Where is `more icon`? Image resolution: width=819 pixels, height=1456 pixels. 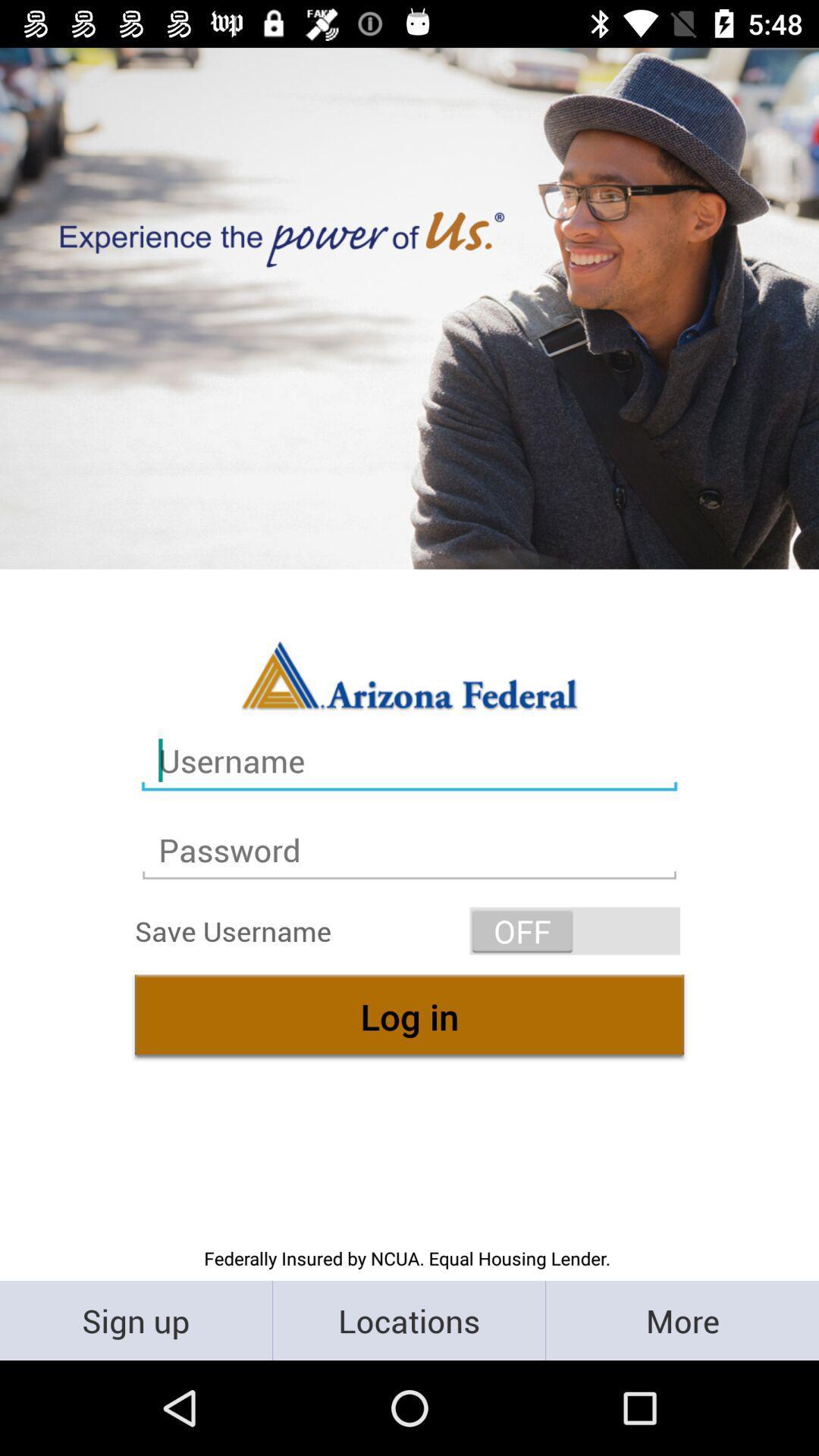 more icon is located at coordinates (681, 1319).